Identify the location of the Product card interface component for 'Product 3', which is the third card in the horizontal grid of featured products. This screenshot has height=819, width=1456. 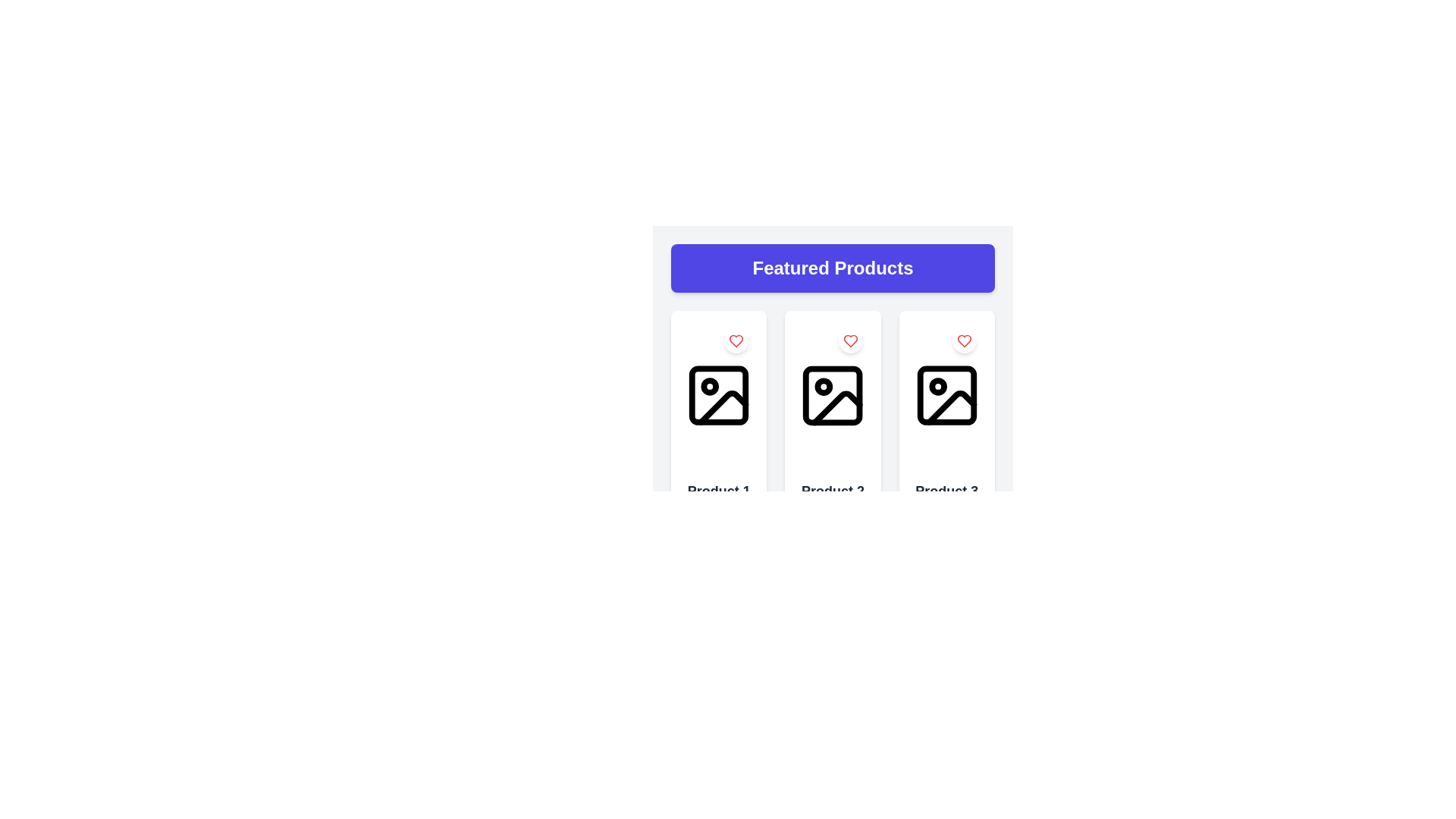
(946, 470).